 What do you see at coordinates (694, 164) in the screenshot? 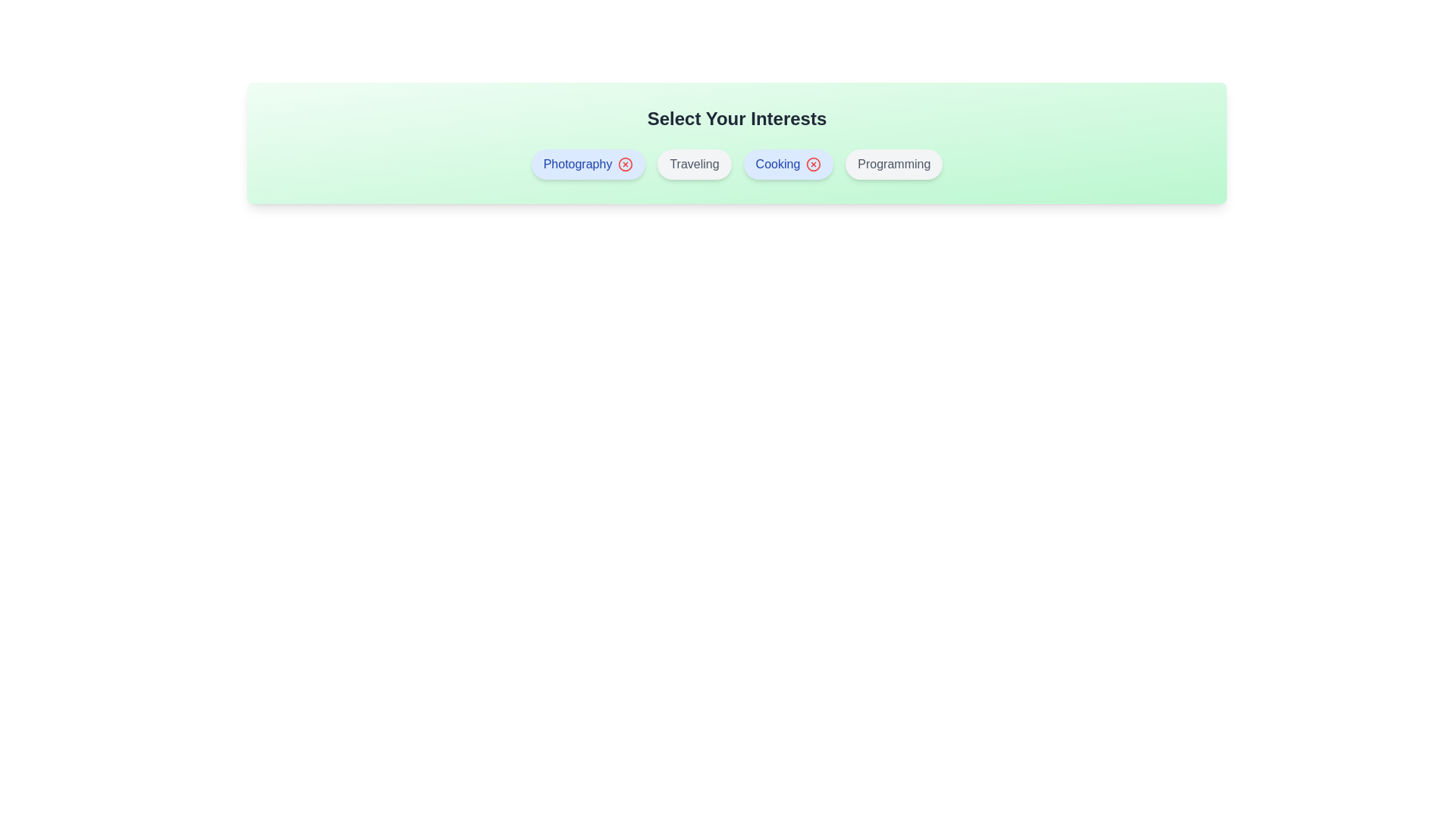
I see `the interest item Traveling` at bounding box center [694, 164].